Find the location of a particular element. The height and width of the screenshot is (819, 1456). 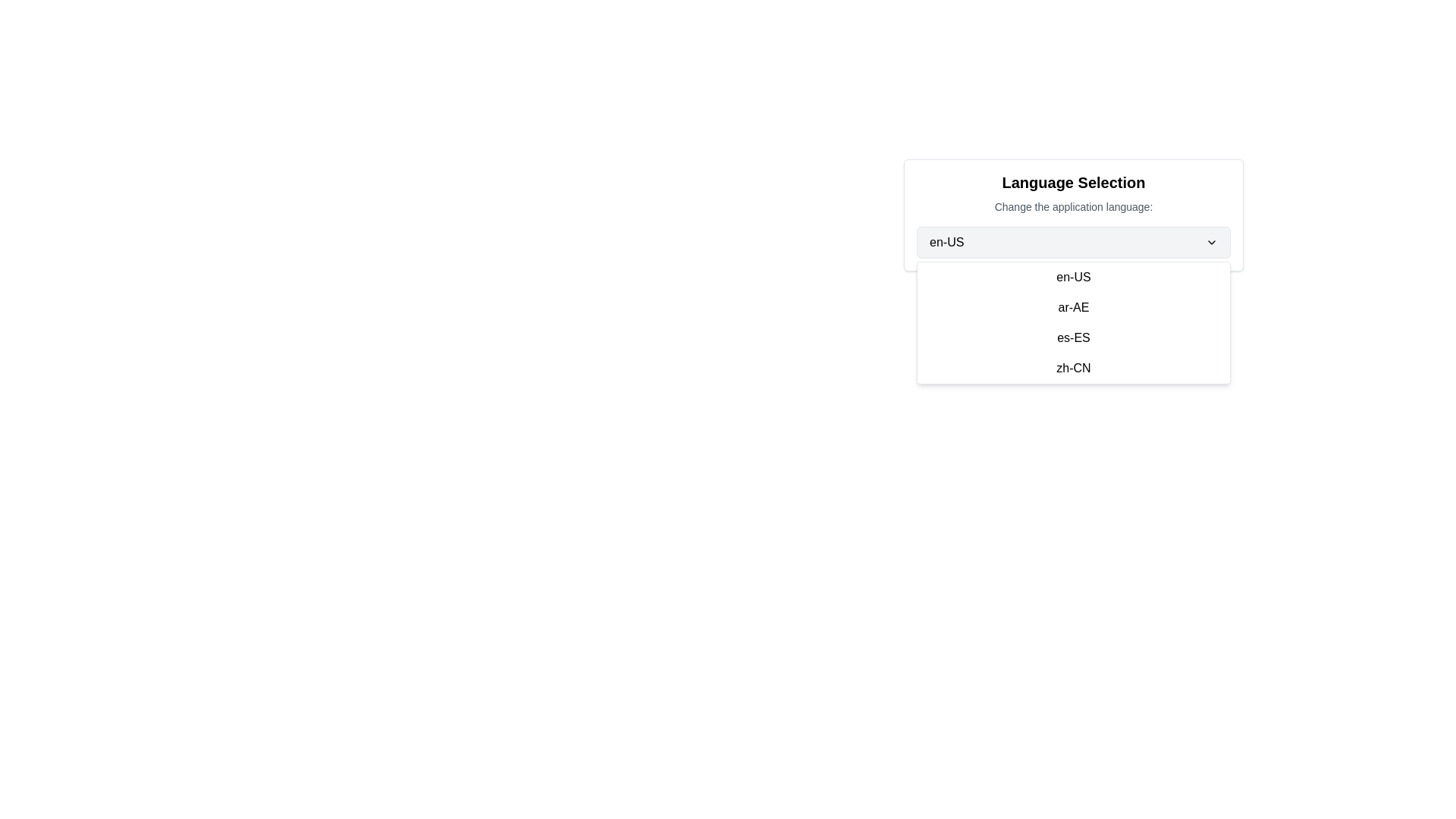

the 'en-US' language option in the dropdown menu is located at coordinates (1073, 278).